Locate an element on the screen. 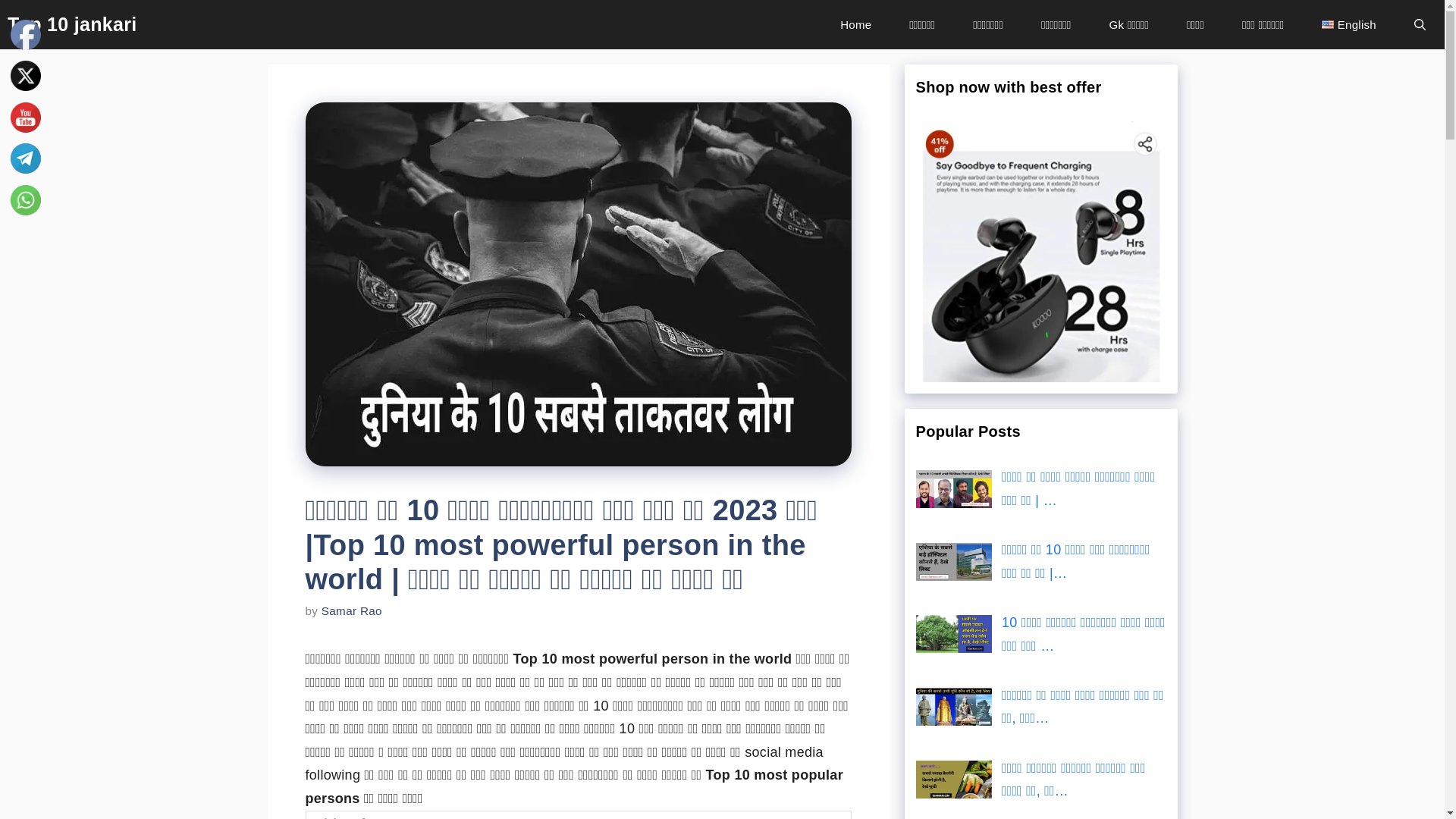 The width and height of the screenshot is (1456, 819). 'Facebook' is located at coordinates (25, 34).